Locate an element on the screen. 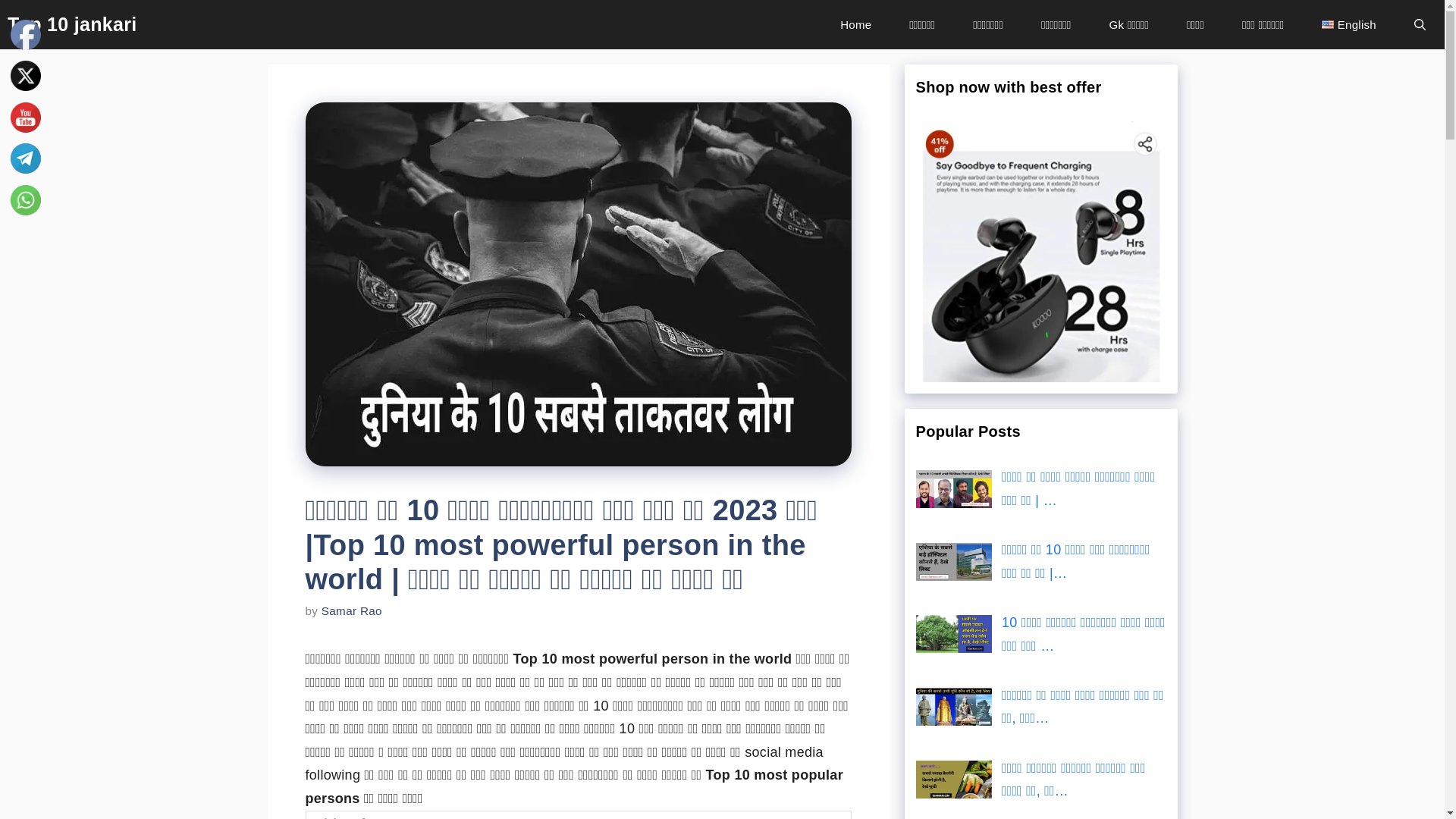 The width and height of the screenshot is (1456, 819). 'Facebook' is located at coordinates (25, 34).